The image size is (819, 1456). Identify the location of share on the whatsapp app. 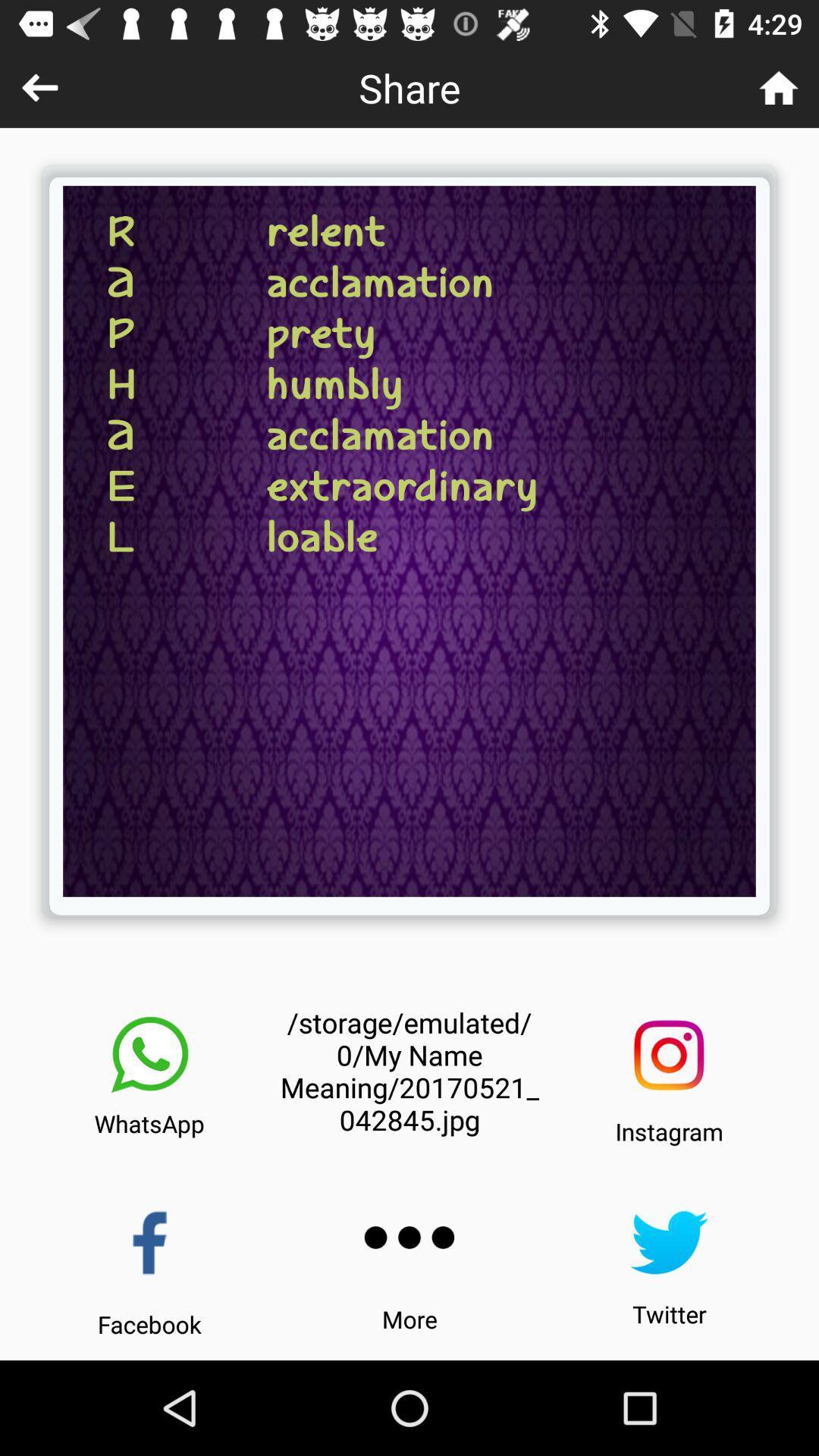
(149, 1054).